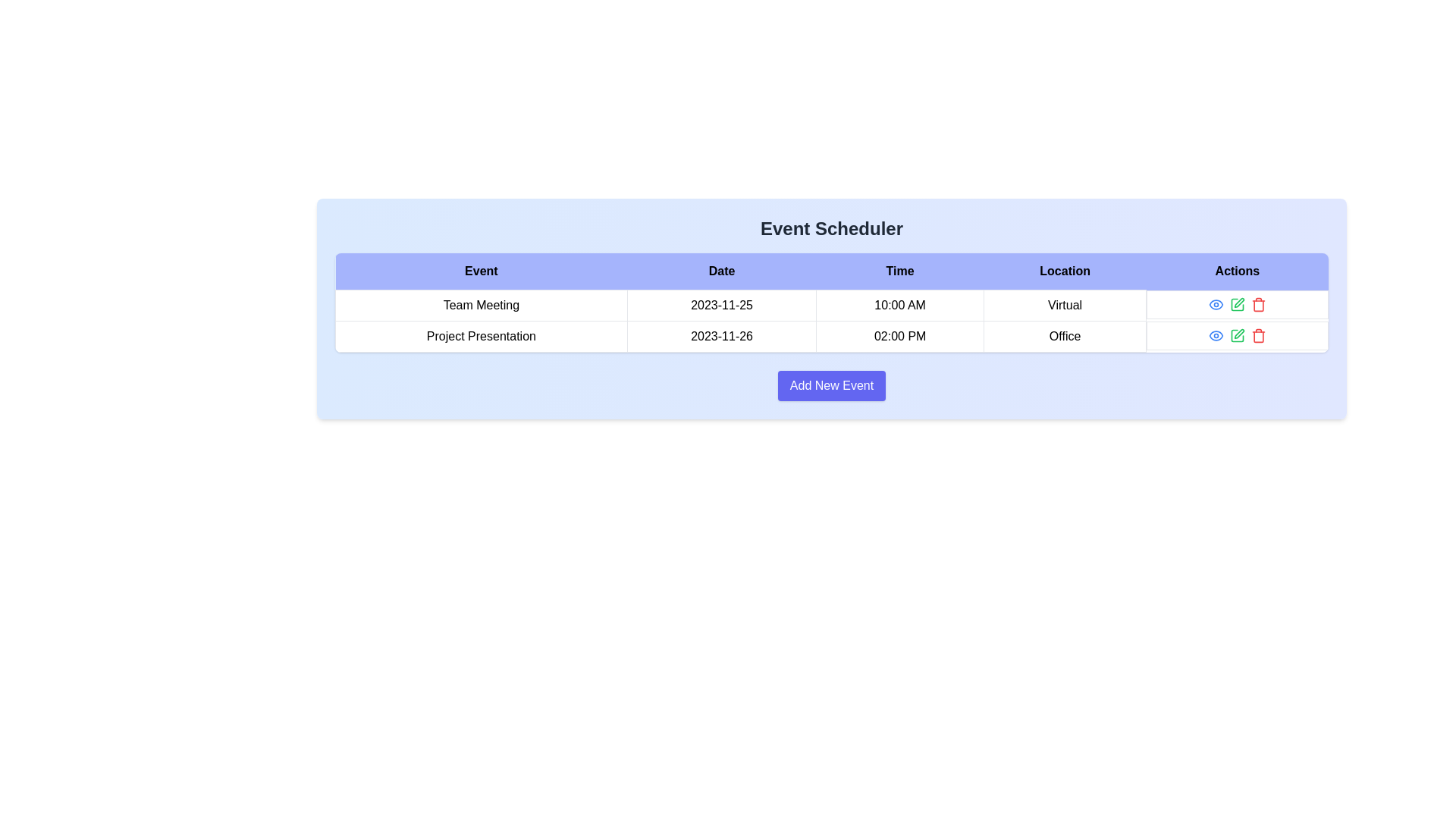 Image resolution: width=1456 pixels, height=819 pixels. What do you see at coordinates (831, 385) in the screenshot?
I see `the 'Add New Event' button, which is a rectangular button with a vivid indigo background and white text, located below the events table` at bounding box center [831, 385].